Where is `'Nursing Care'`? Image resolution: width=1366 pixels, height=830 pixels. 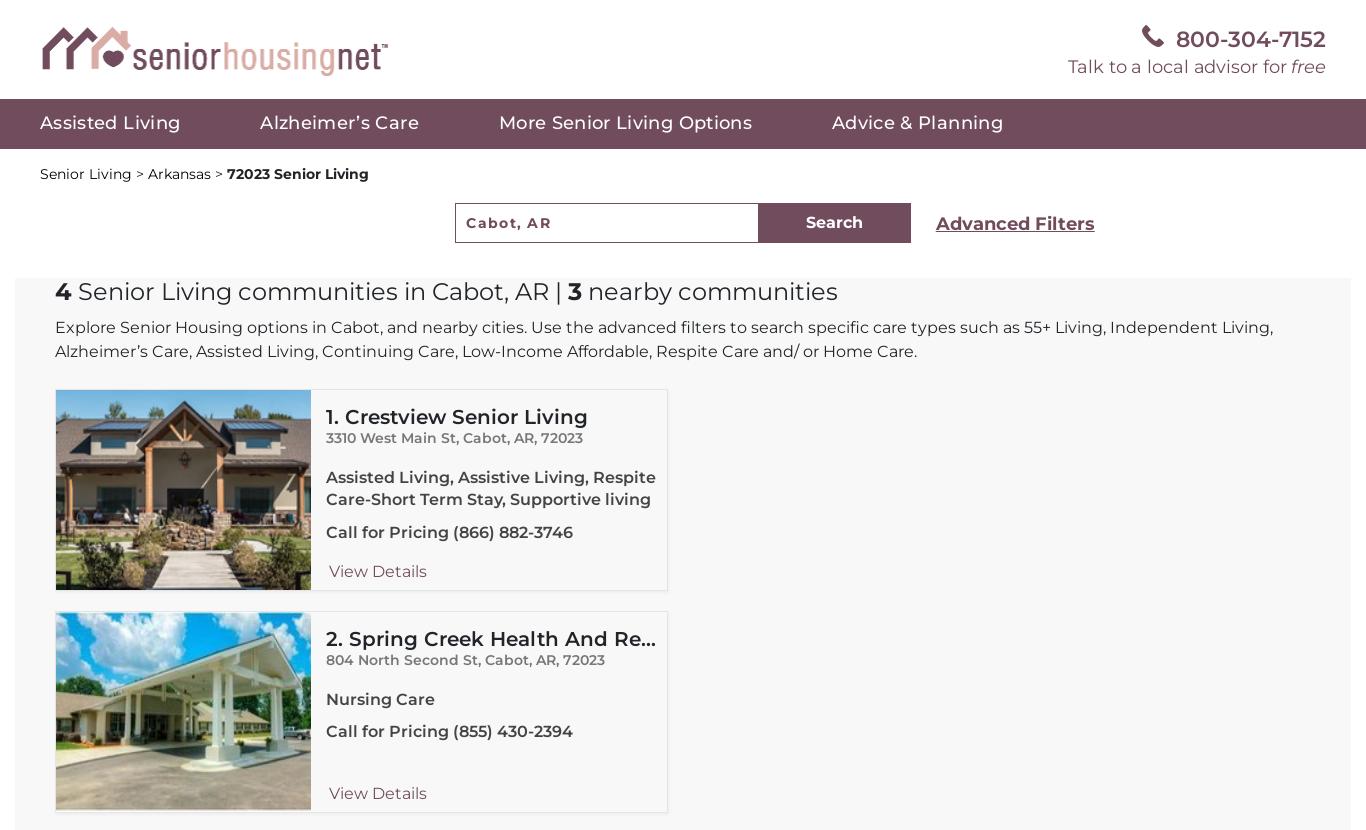
'Nursing Care' is located at coordinates (324, 699).